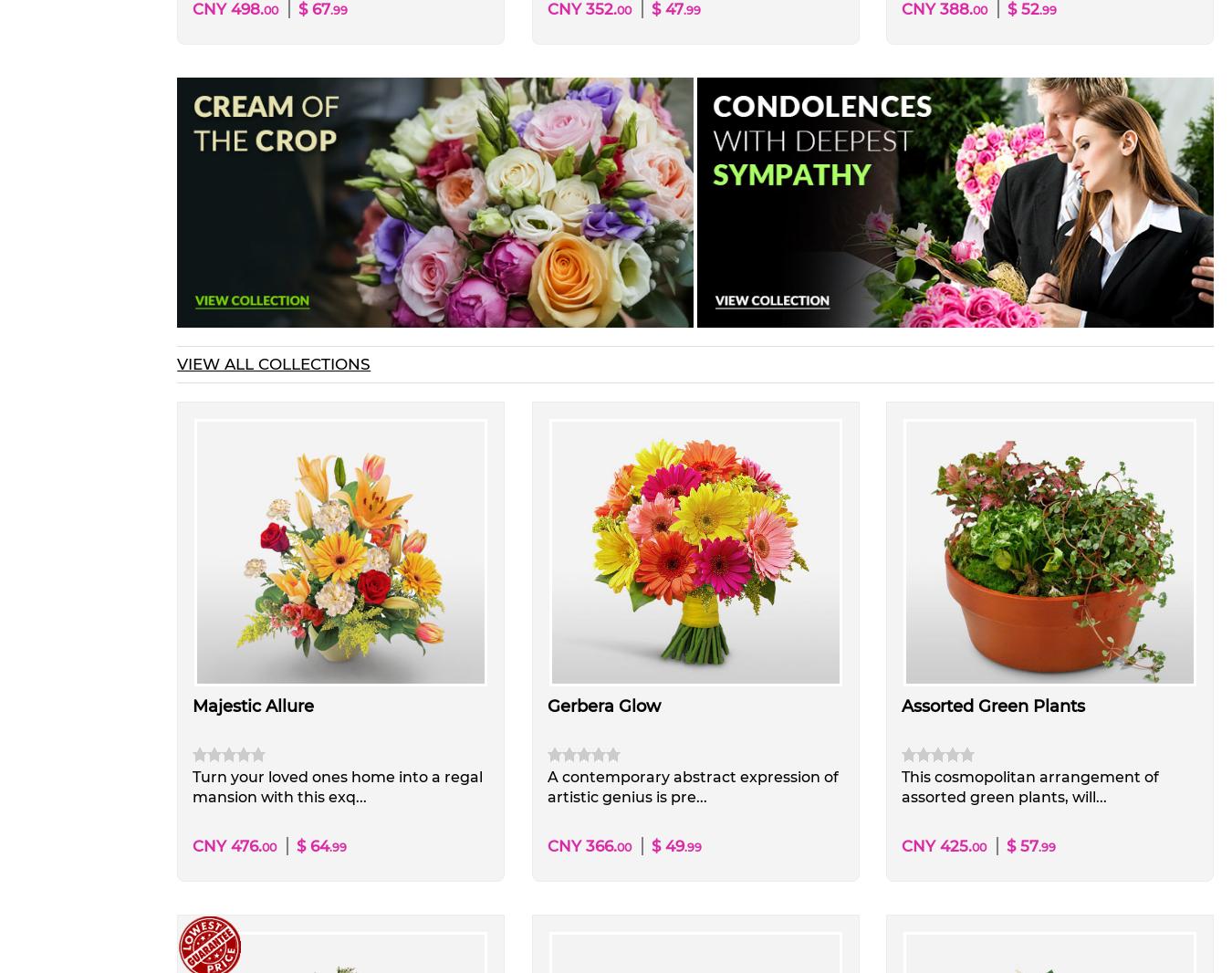 The height and width of the screenshot is (973, 1232). Describe the element at coordinates (649, 845) in the screenshot. I see `'$ 49'` at that location.